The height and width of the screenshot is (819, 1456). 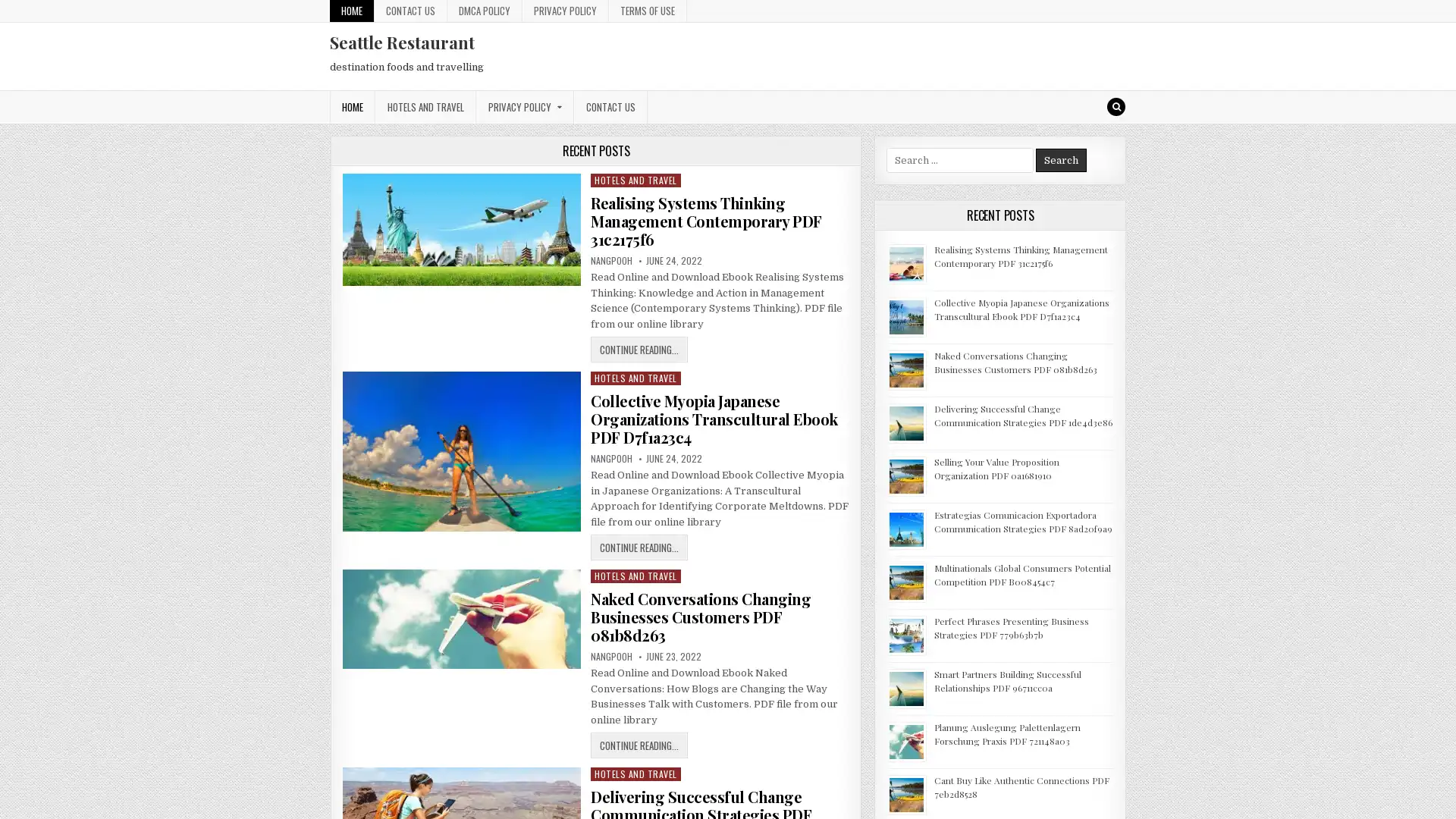 What do you see at coordinates (1060, 160) in the screenshot?
I see `Search` at bounding box center [1060, 160].